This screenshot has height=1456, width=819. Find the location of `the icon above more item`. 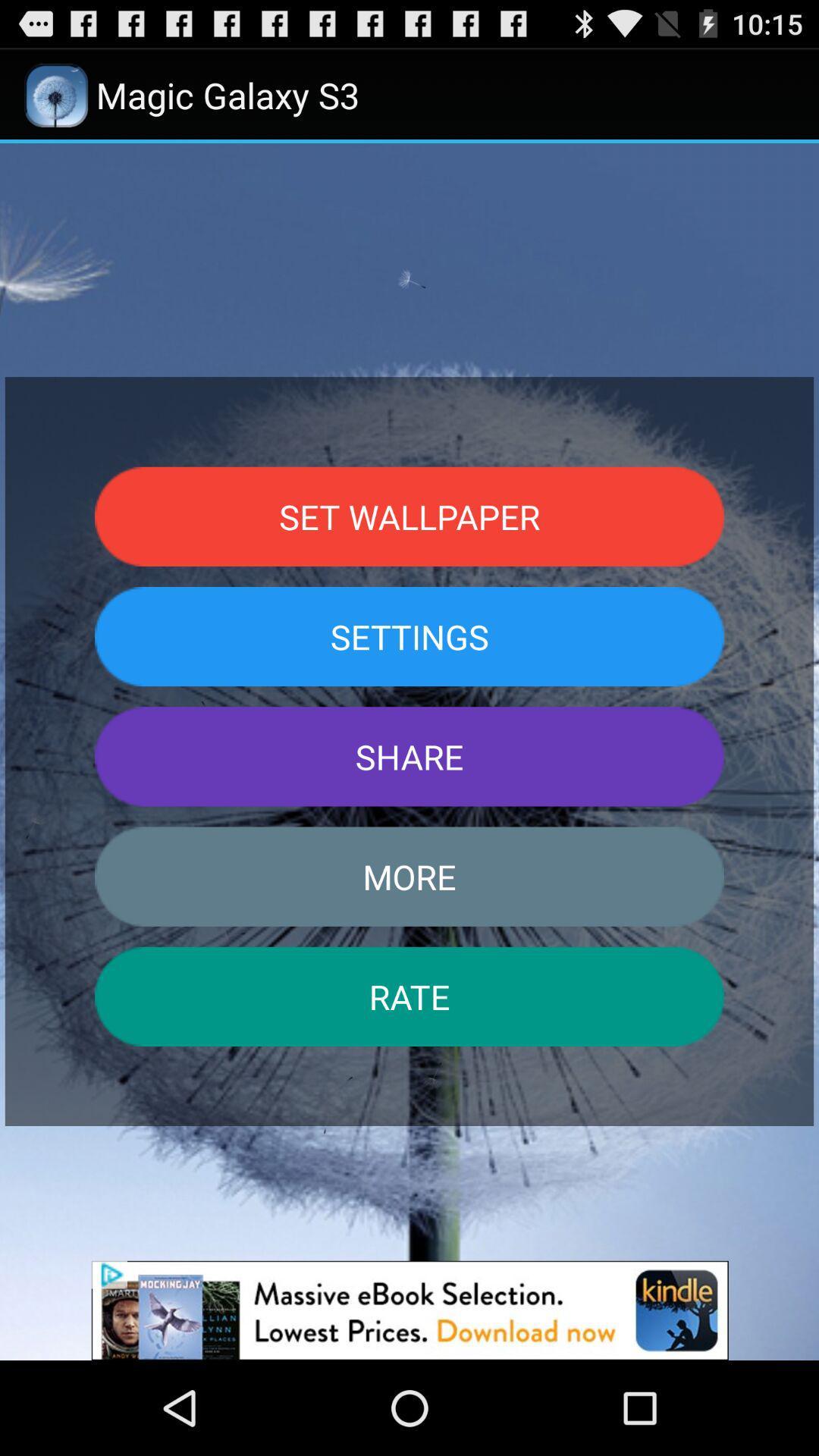

the icon above more item is located at coordinates (409, 756).